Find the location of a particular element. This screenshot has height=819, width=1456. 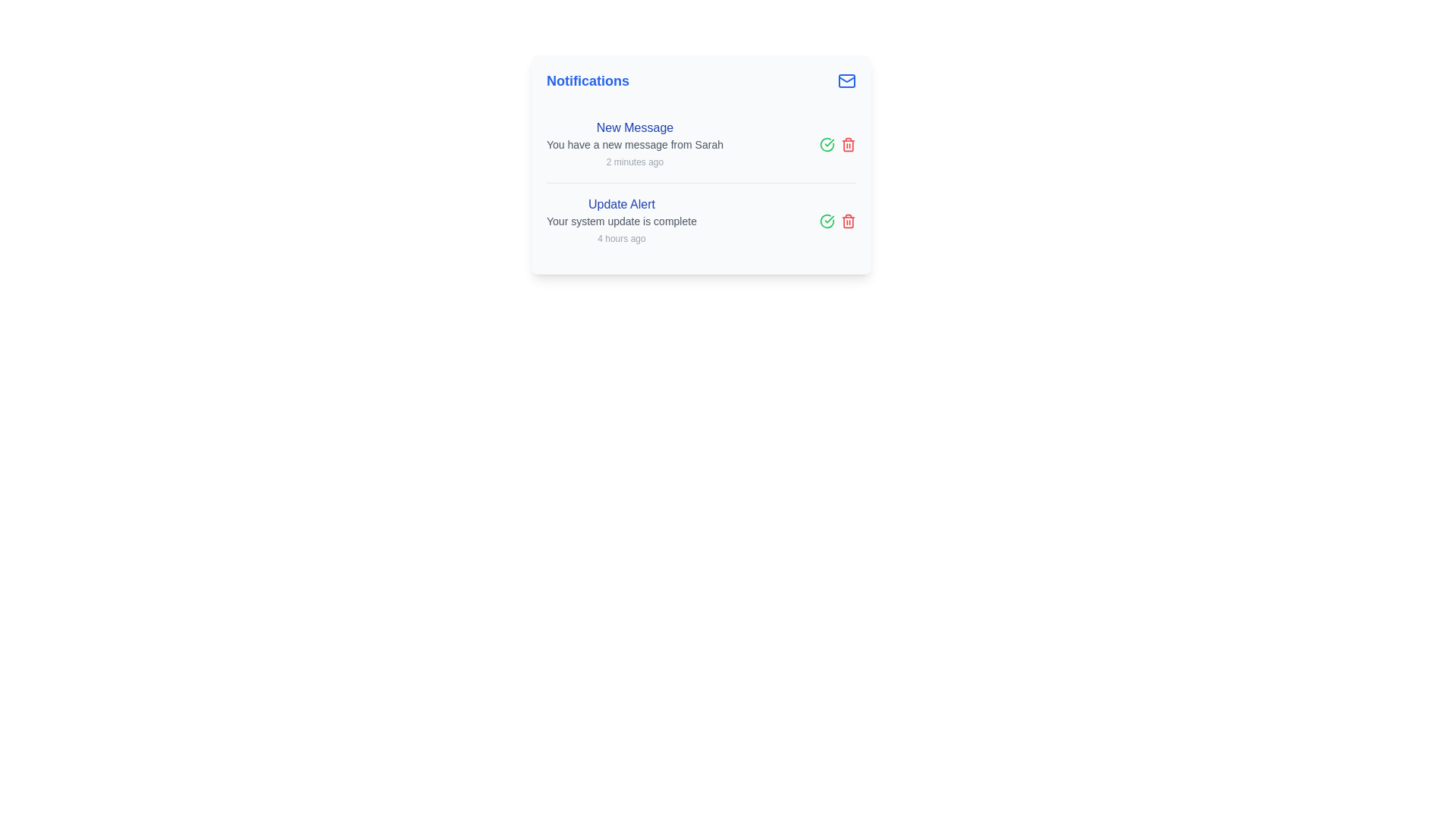

the first notification item displaying 'New Message' with the message 'You have a new message from Sarah' and timestamp '2 minutes ago' is located at coordinates (701, 145).